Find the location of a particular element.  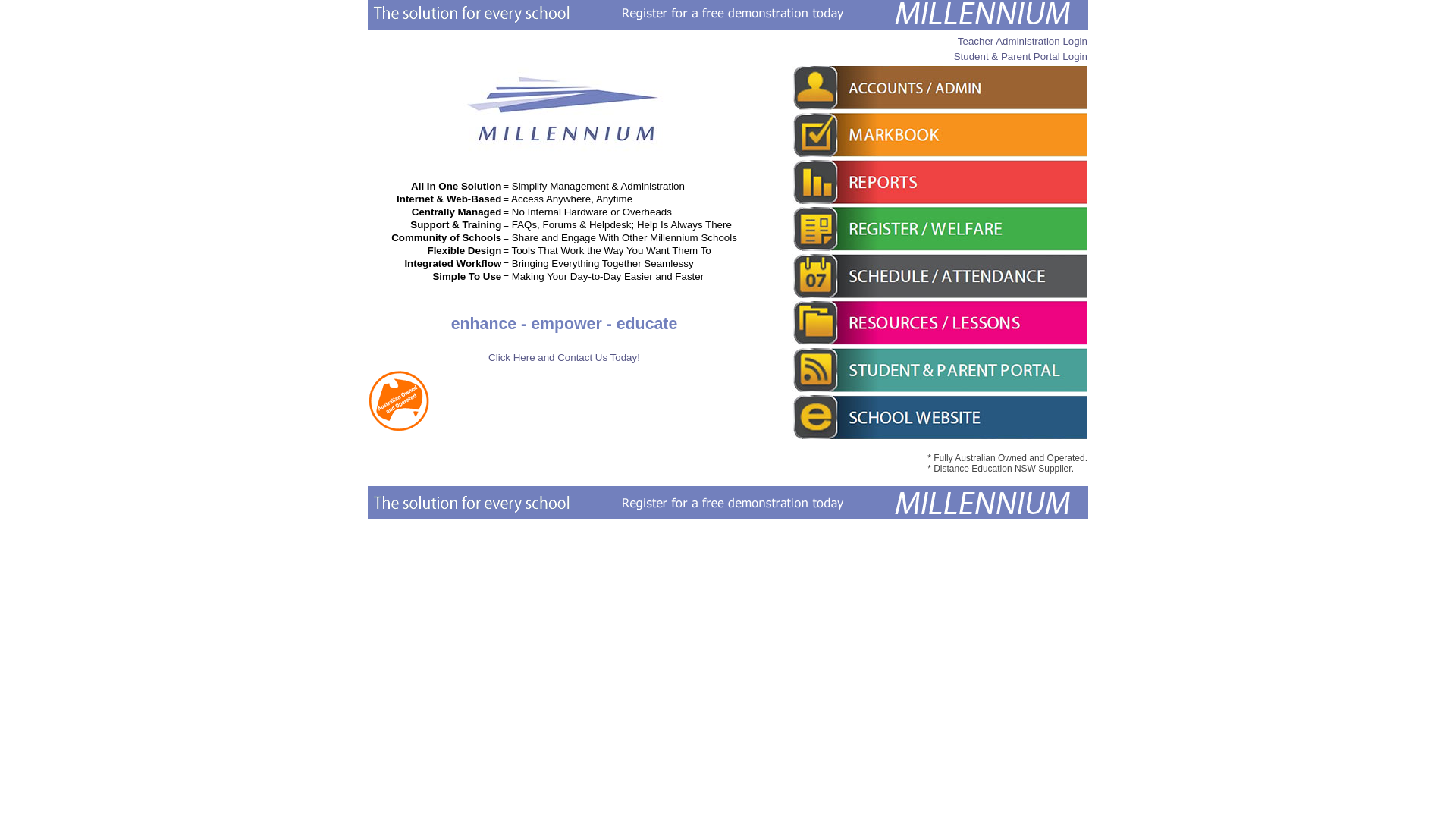

'Schedule / Attendance' is located at coordinates (938, 275).